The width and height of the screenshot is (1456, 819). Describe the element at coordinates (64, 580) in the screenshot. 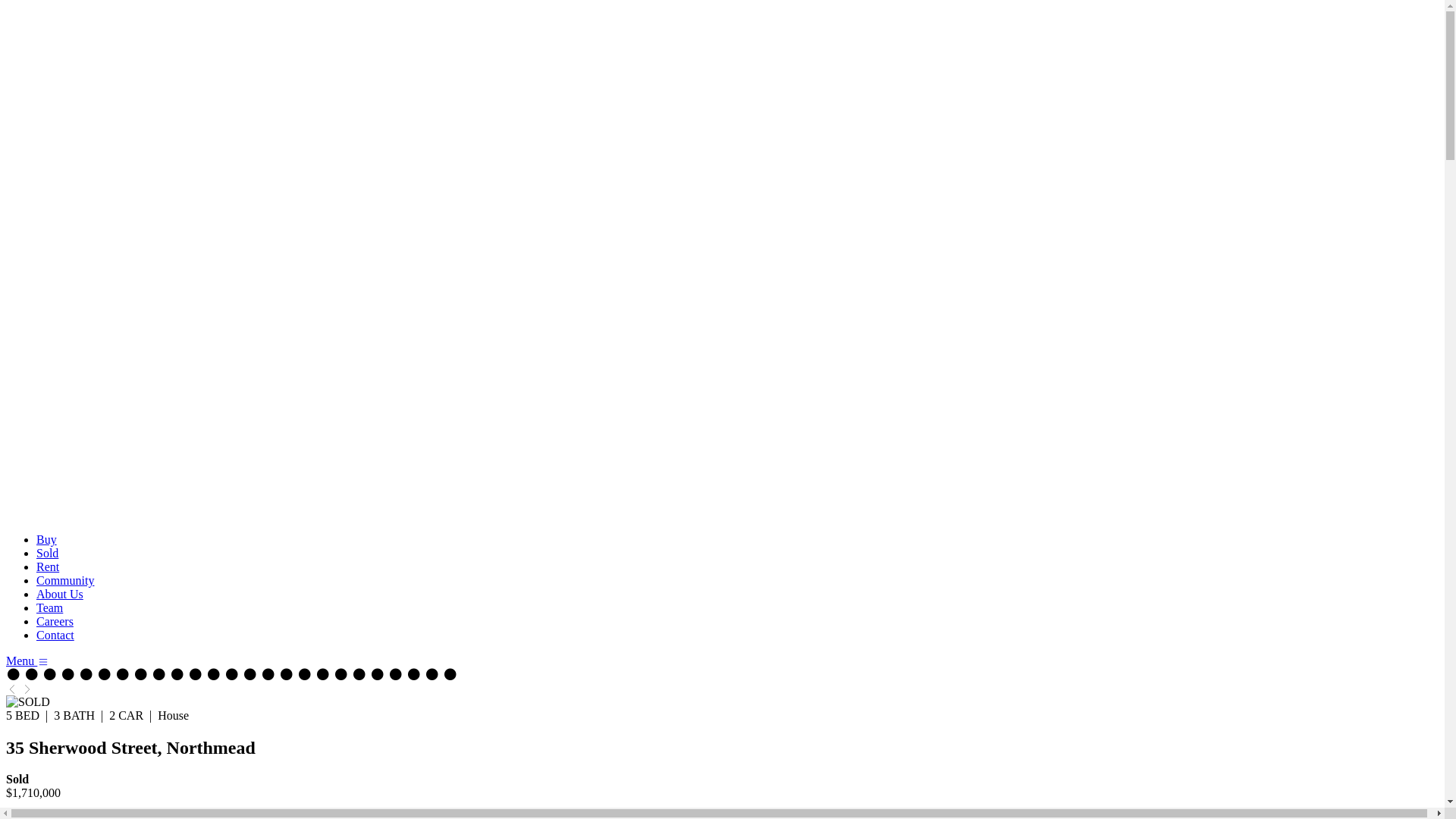

I see `'Community'` at that location.